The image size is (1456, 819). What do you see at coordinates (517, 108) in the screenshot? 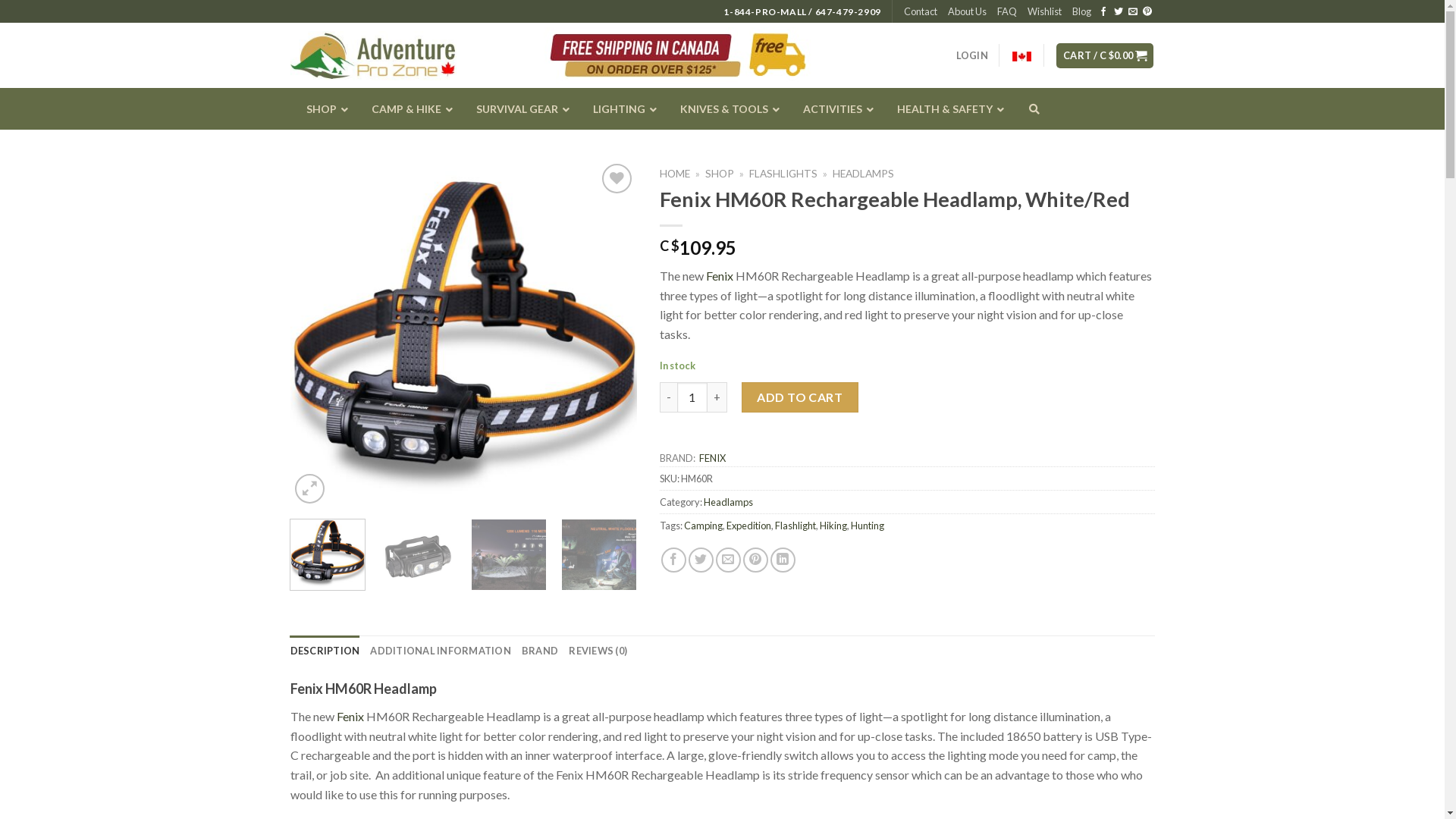
I see `'SURVIVAL GEAR'` at bounding box center [517, 108].